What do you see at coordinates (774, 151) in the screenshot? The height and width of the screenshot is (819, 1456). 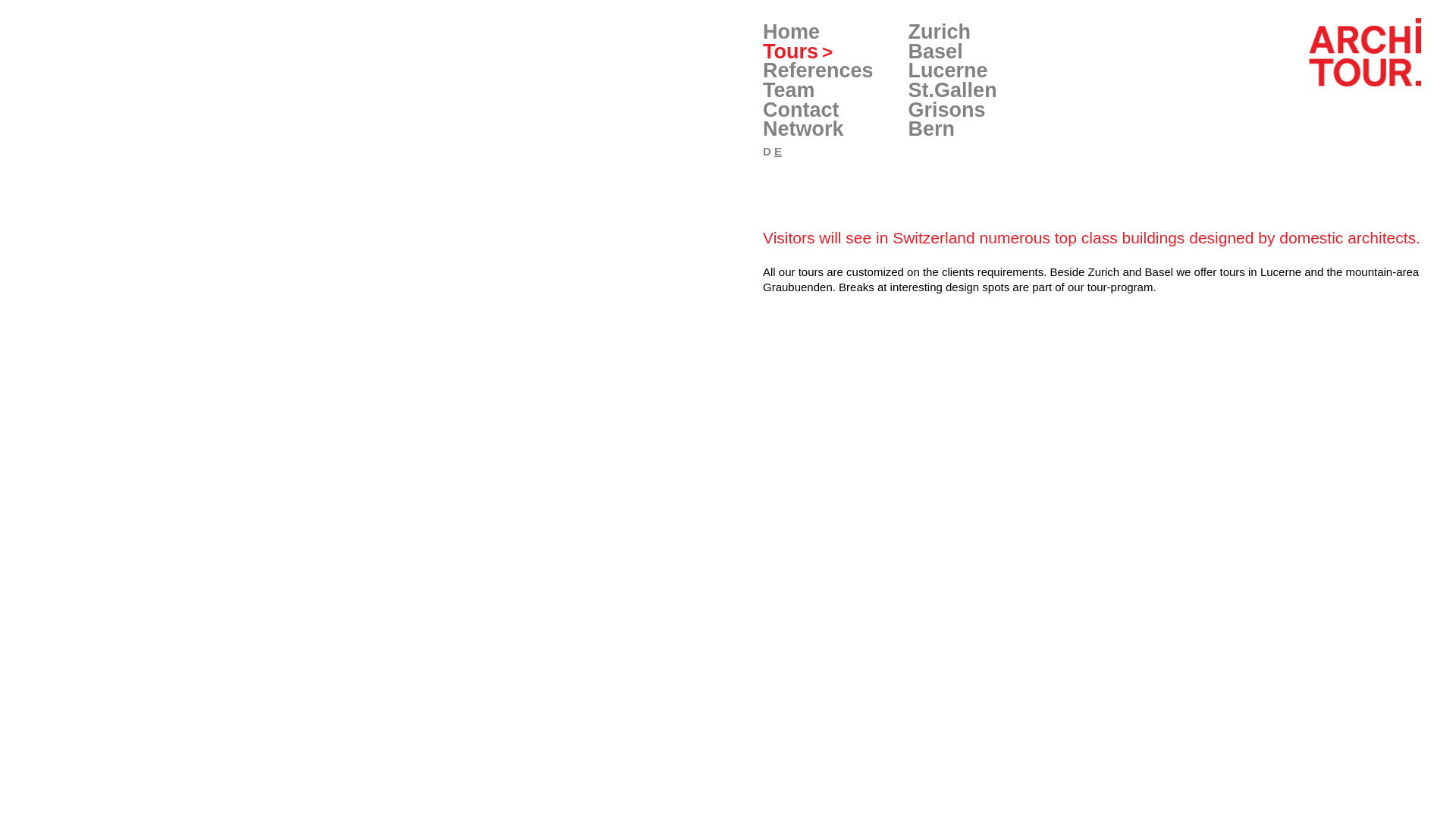 I see `'E'` at bounding box center [774, 151].